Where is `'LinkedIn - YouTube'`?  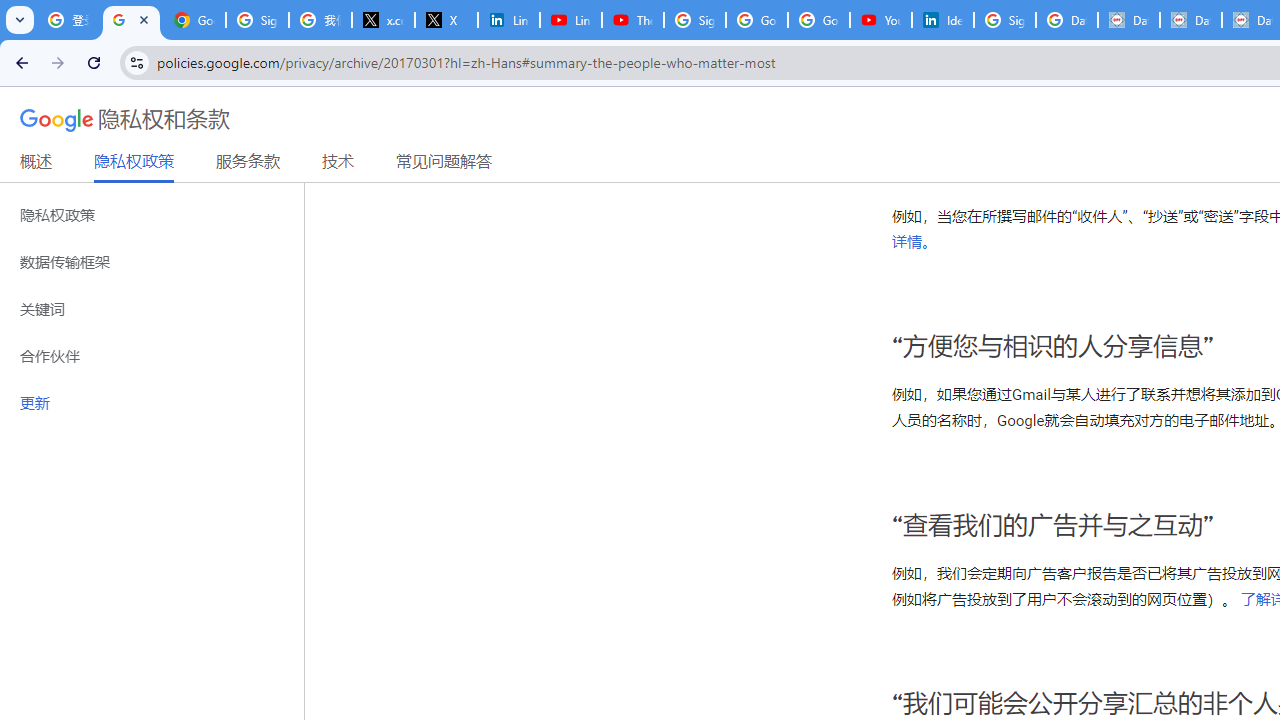 'LinkedIn - YouTube' is located at coordinates (569, 20).